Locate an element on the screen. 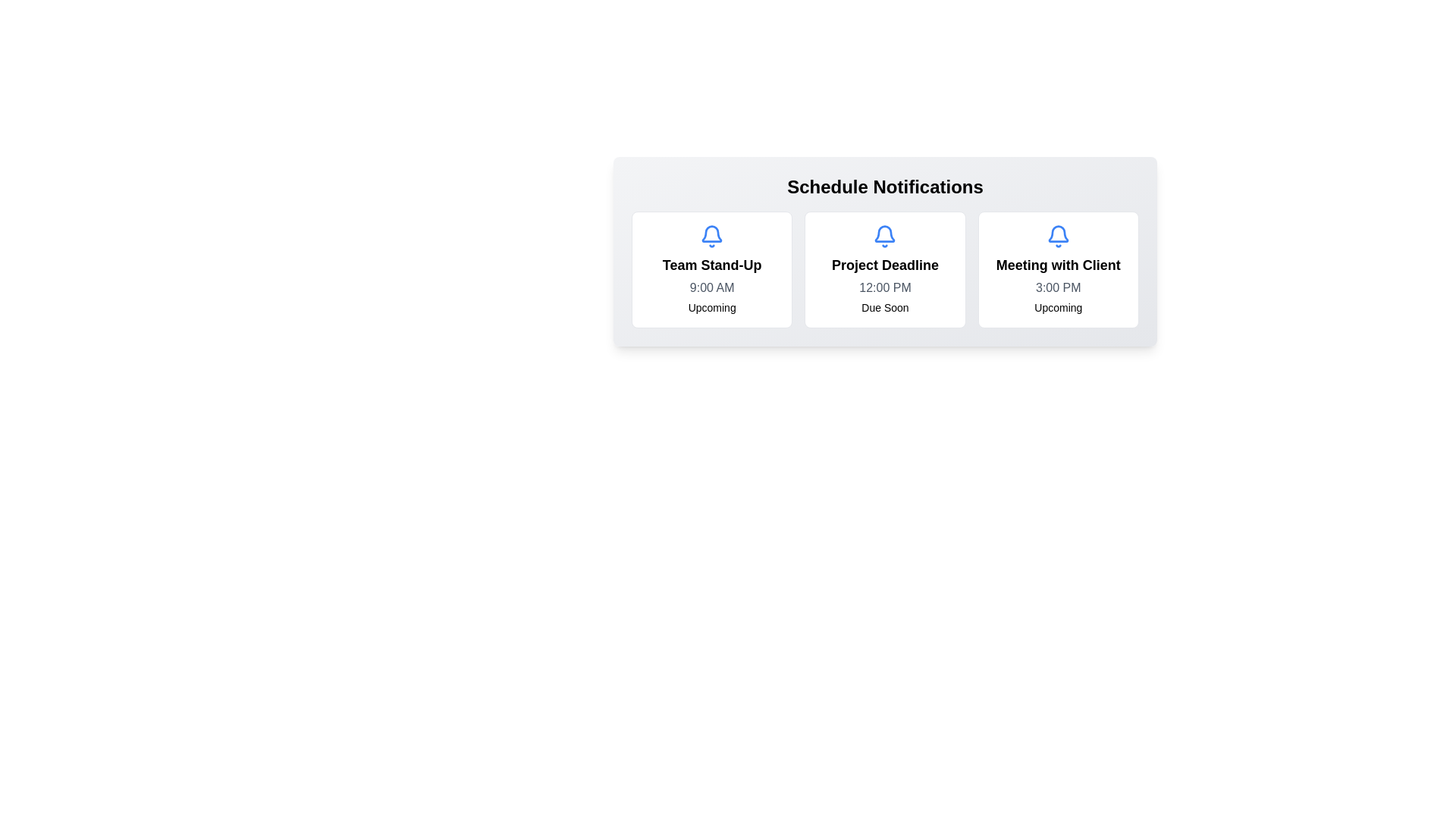 The width and height of the screenshot is (1456, 819). text displayed in the static label indicating the scheduled time of the 'Team Stand-Up' event, which is located centrally within the notification card below the title 'Team Stand-Up' is located at coordinates (711, 288).